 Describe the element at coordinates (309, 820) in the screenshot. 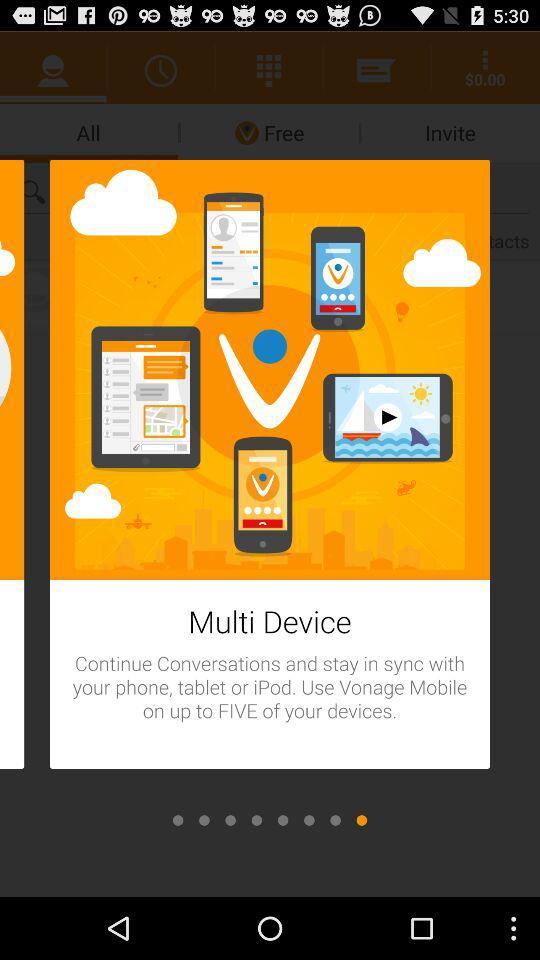

I see `switch to other instructions` at that location.